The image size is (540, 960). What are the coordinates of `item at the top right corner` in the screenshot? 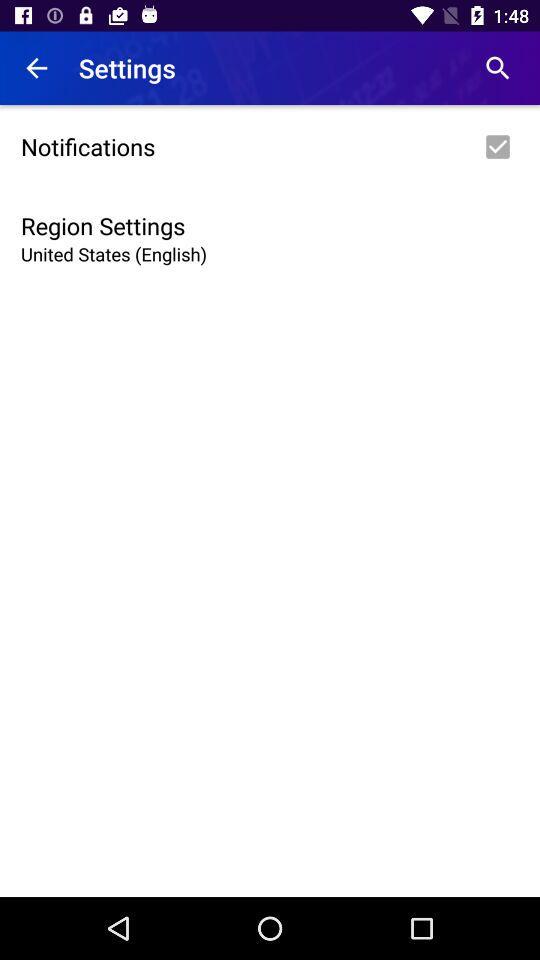 It's located at (496, 68).